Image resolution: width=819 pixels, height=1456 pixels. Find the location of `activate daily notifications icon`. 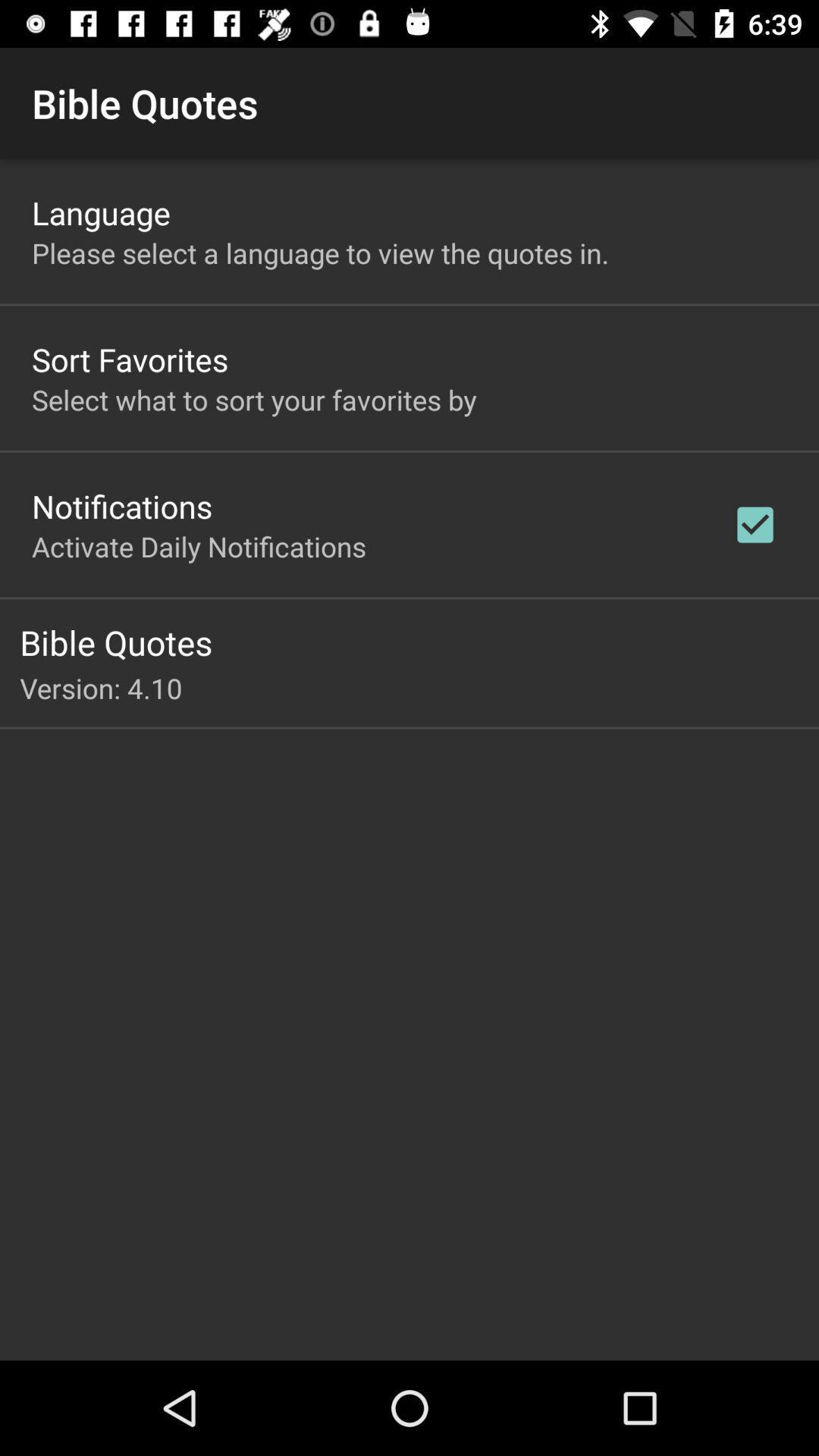

activate daily notifications icon is located at coordinates (198, 546).